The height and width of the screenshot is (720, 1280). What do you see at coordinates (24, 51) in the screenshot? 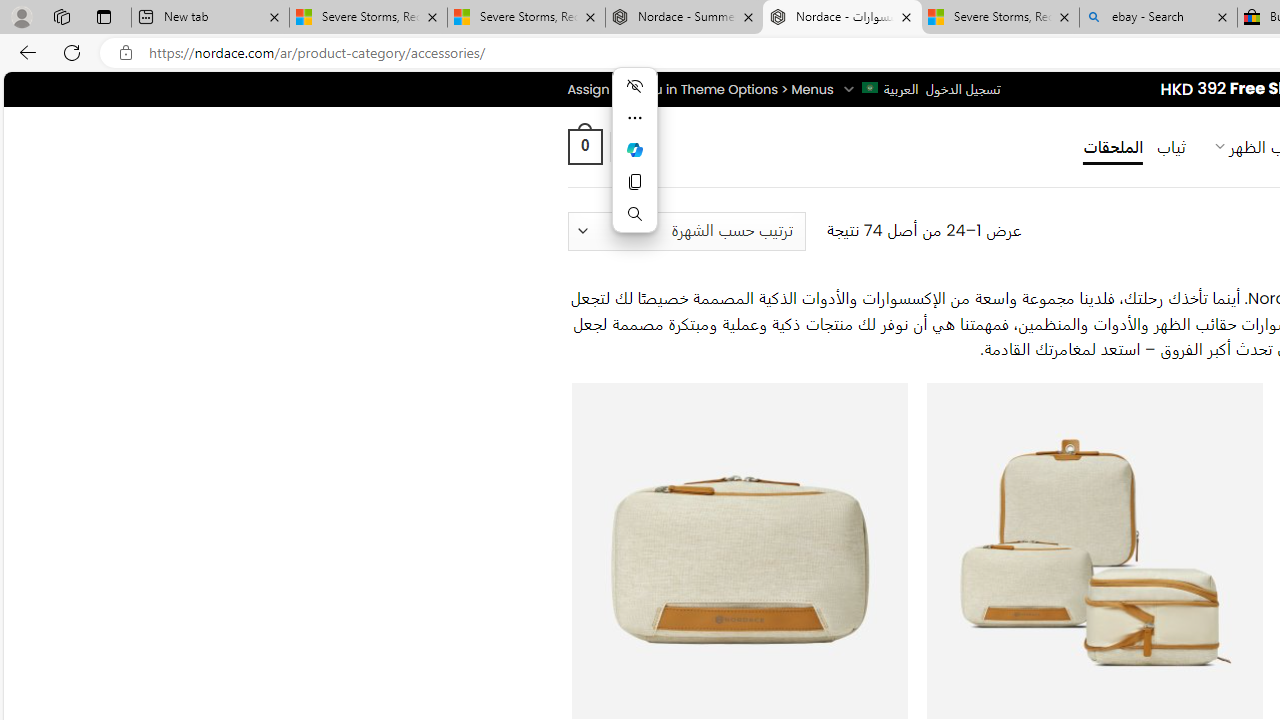
I see `'Back'` at bounding box center [24, 51].